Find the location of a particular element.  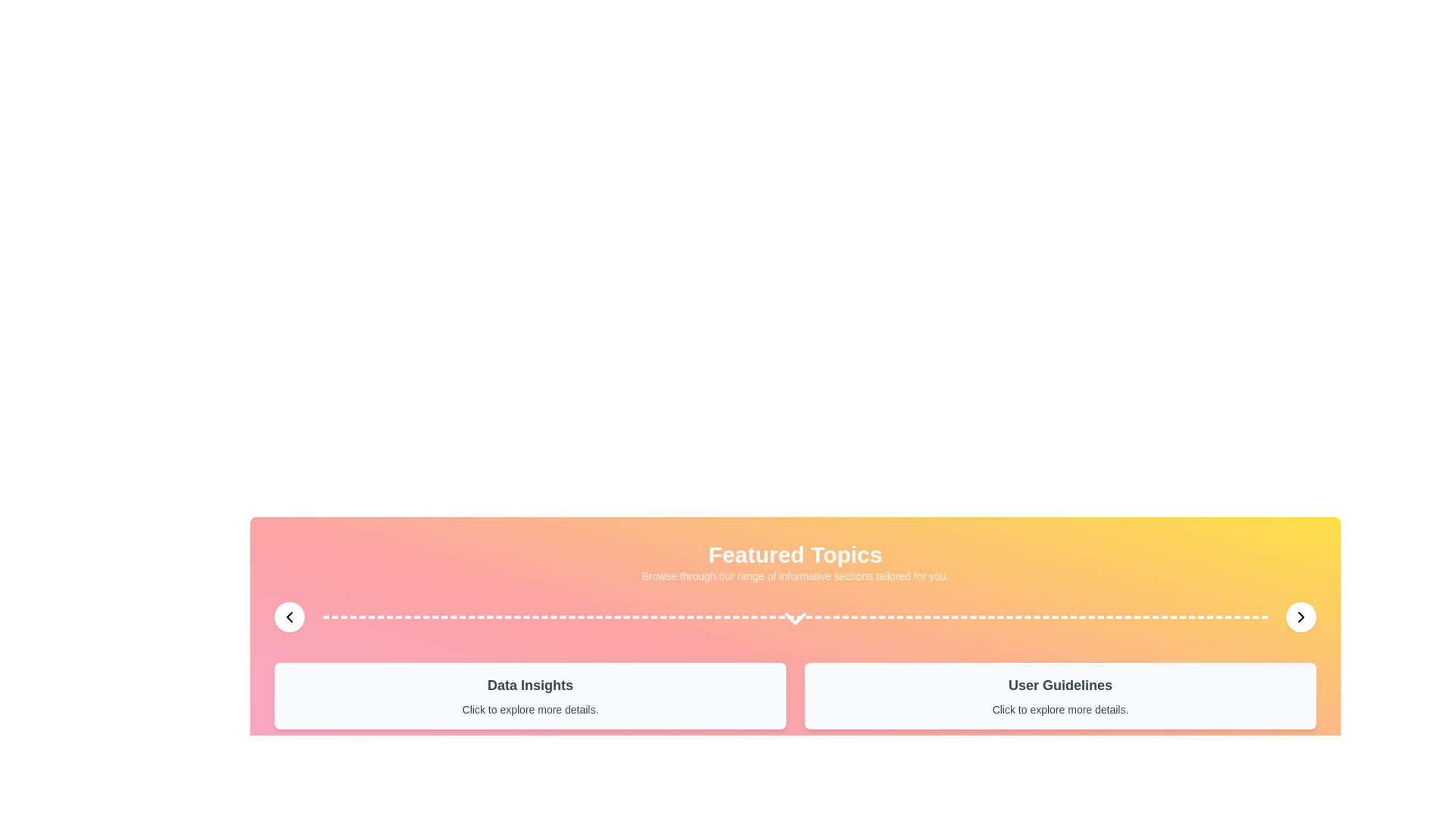

the navigation button located on the rightmost end of the horizontal layout is located at coordinates (1301, 617).